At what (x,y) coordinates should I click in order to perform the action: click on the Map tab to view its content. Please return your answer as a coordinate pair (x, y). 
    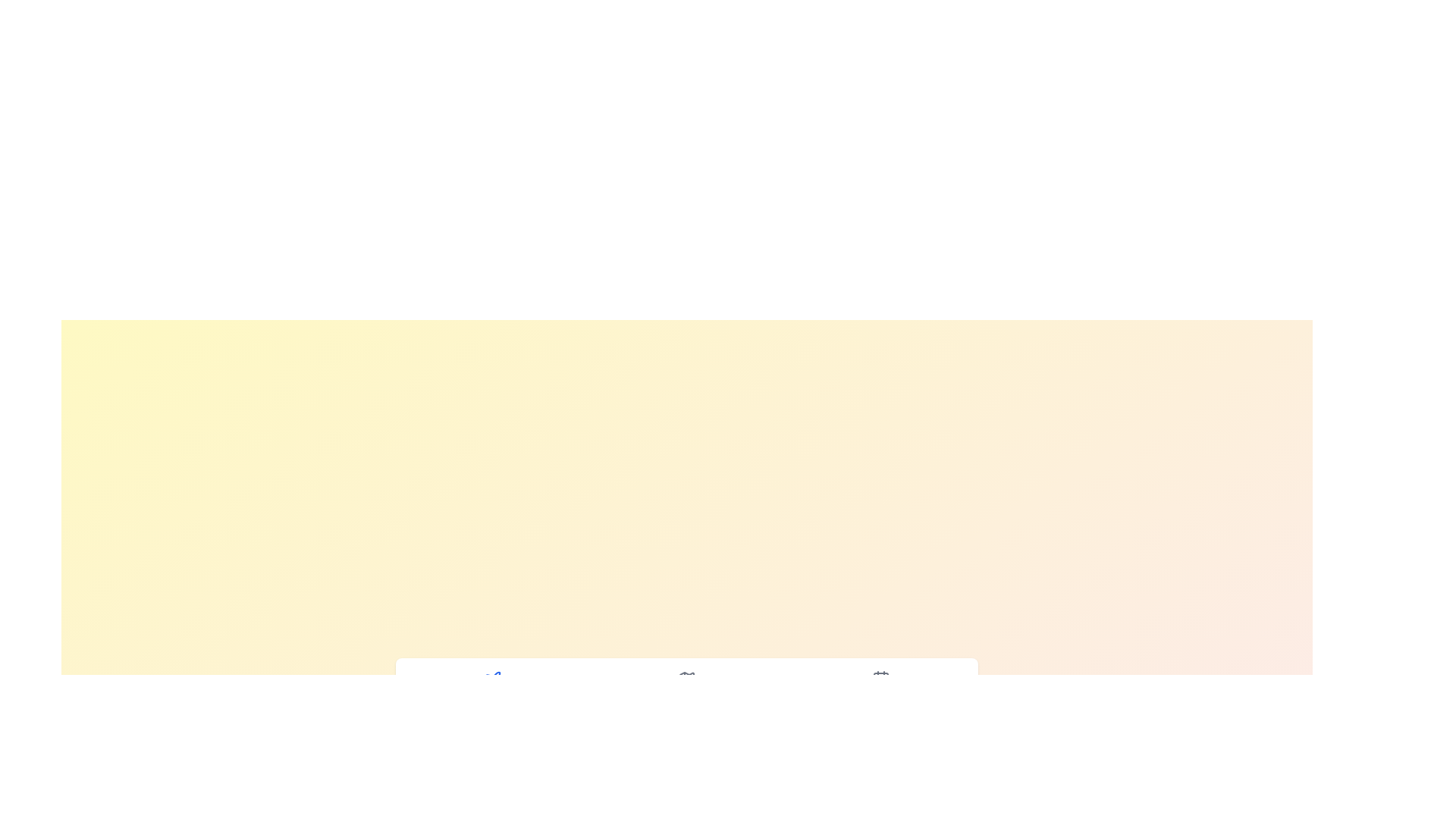
    Looking at the image, I should click on (686, 688).